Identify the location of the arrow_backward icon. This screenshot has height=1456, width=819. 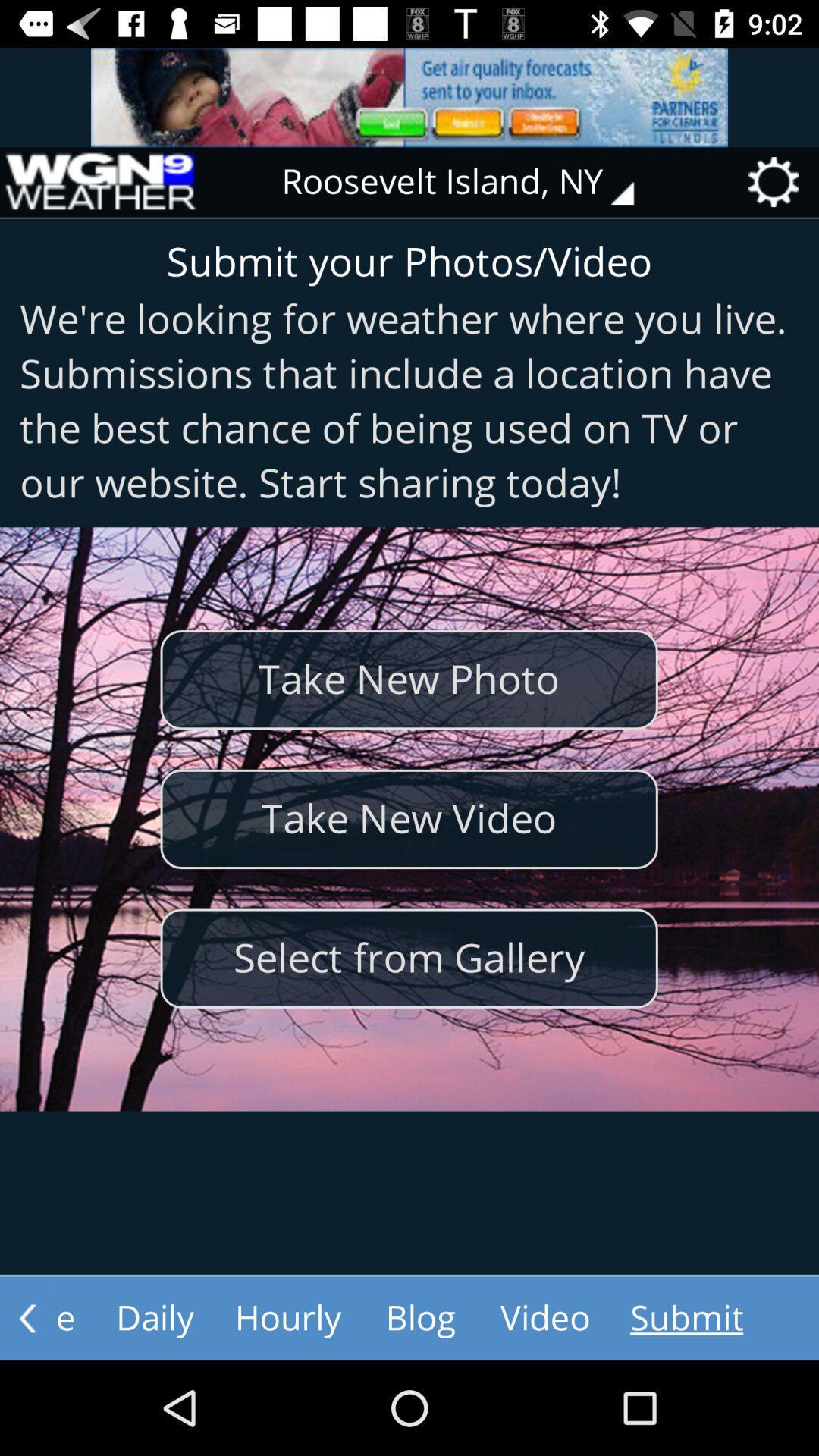
(27, 1317).